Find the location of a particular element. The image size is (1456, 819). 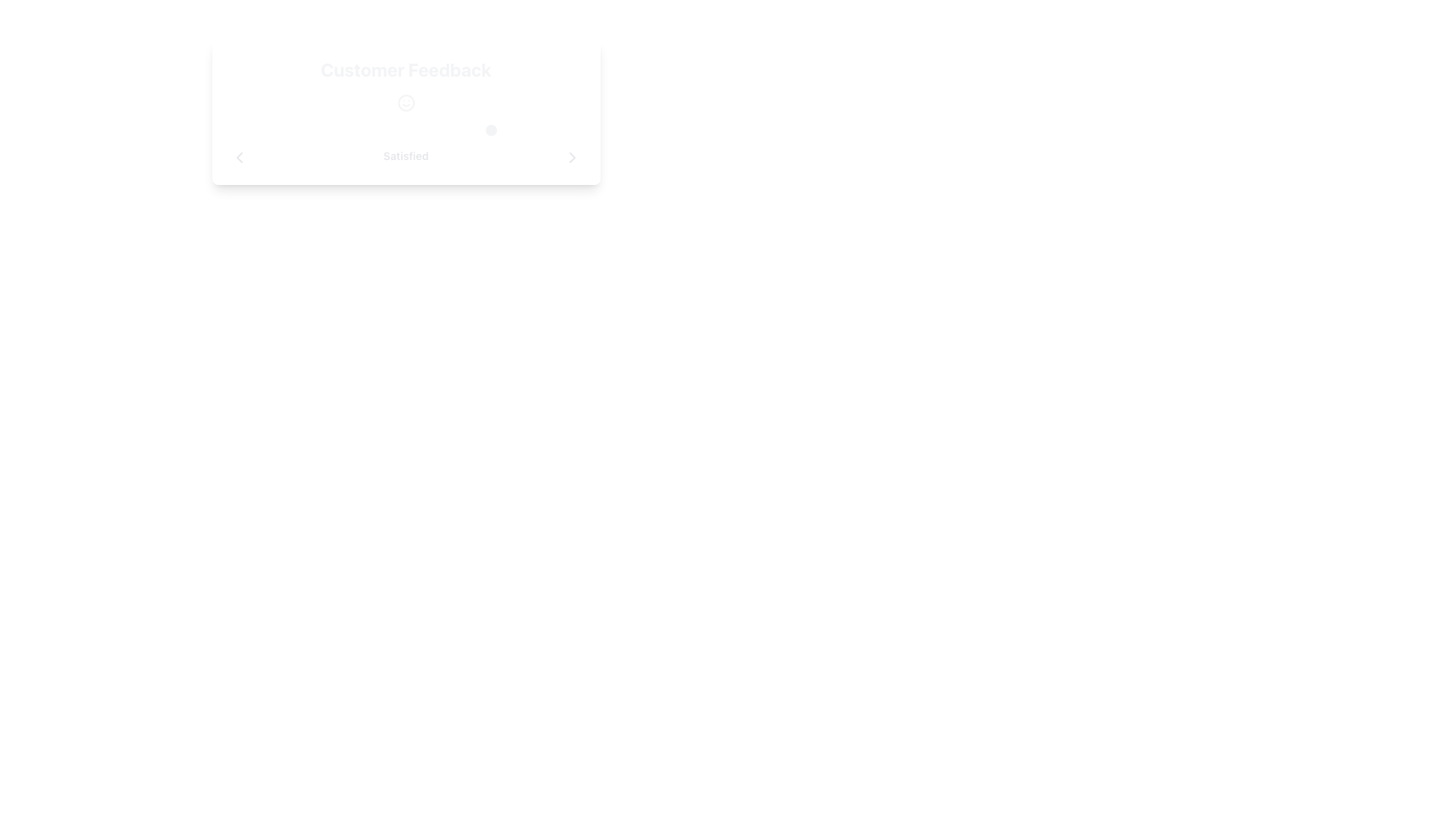

the slider is located at coordinates (317, 130).